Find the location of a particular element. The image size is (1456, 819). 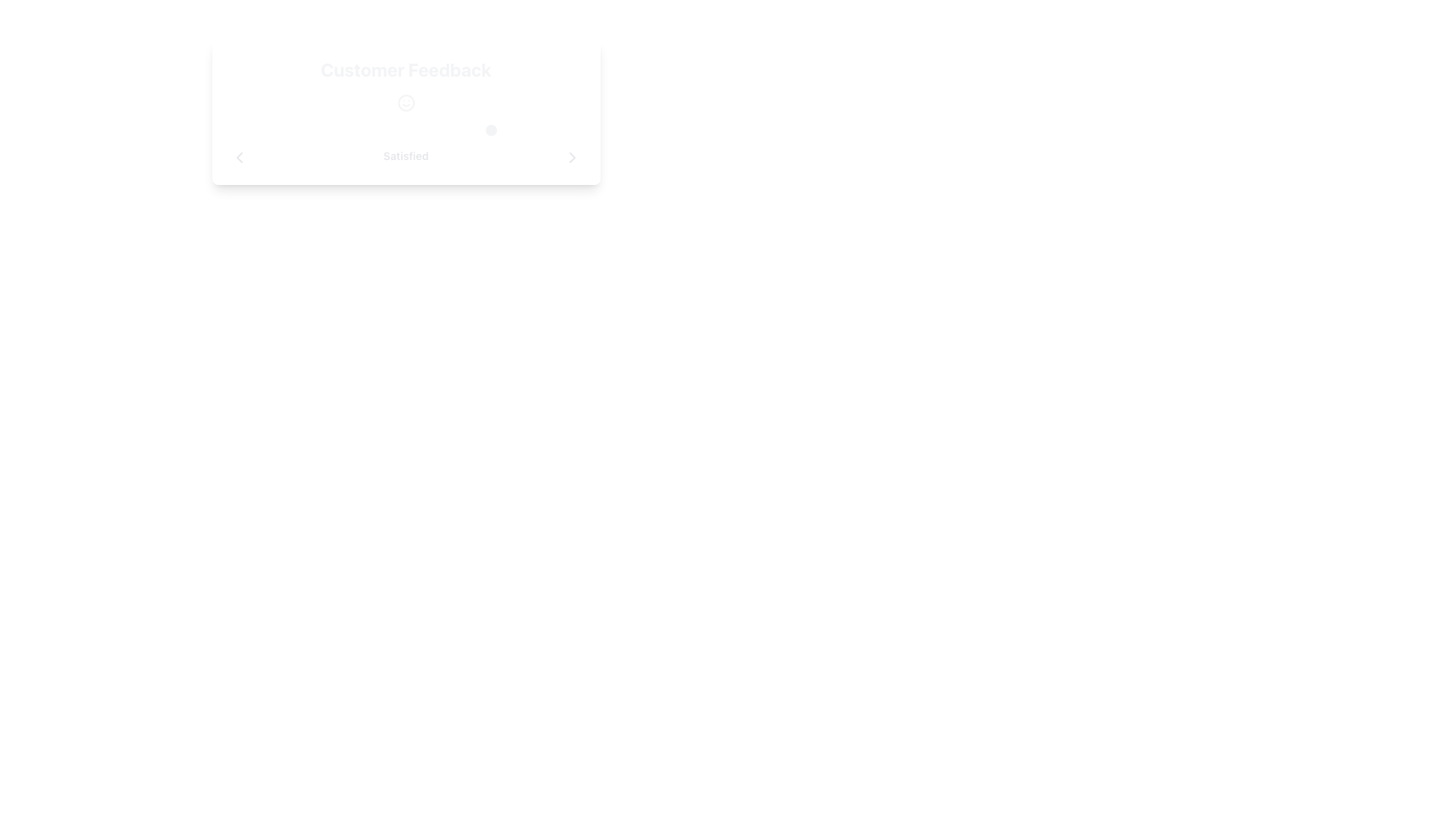

the slider is located at coordinates (317, 130).